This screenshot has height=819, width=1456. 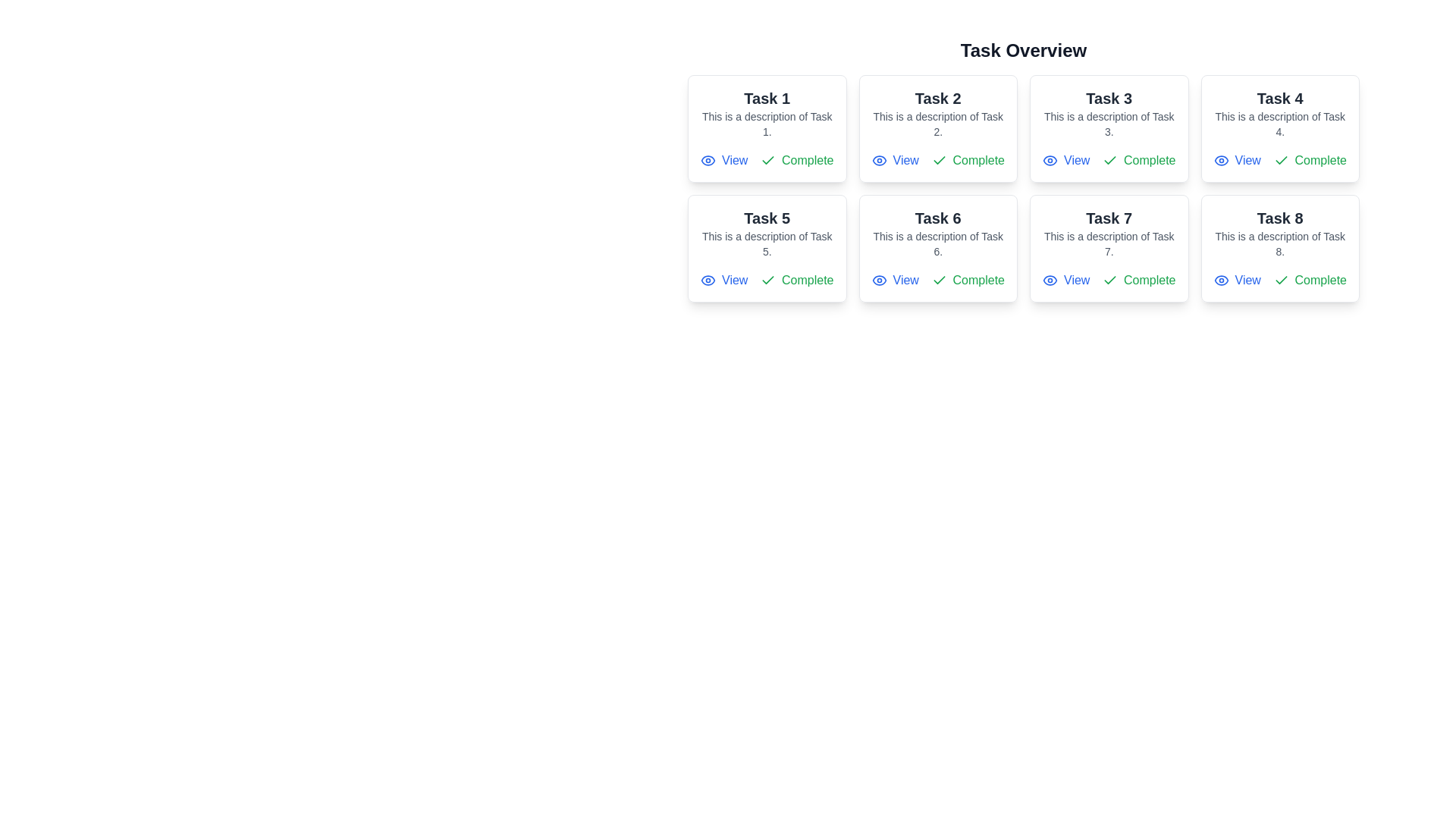 I want to click on the leftmost sub-component of the 'View' icon within the fourth task card in the top-right section of the task cards, so click(x=1221, y=161).